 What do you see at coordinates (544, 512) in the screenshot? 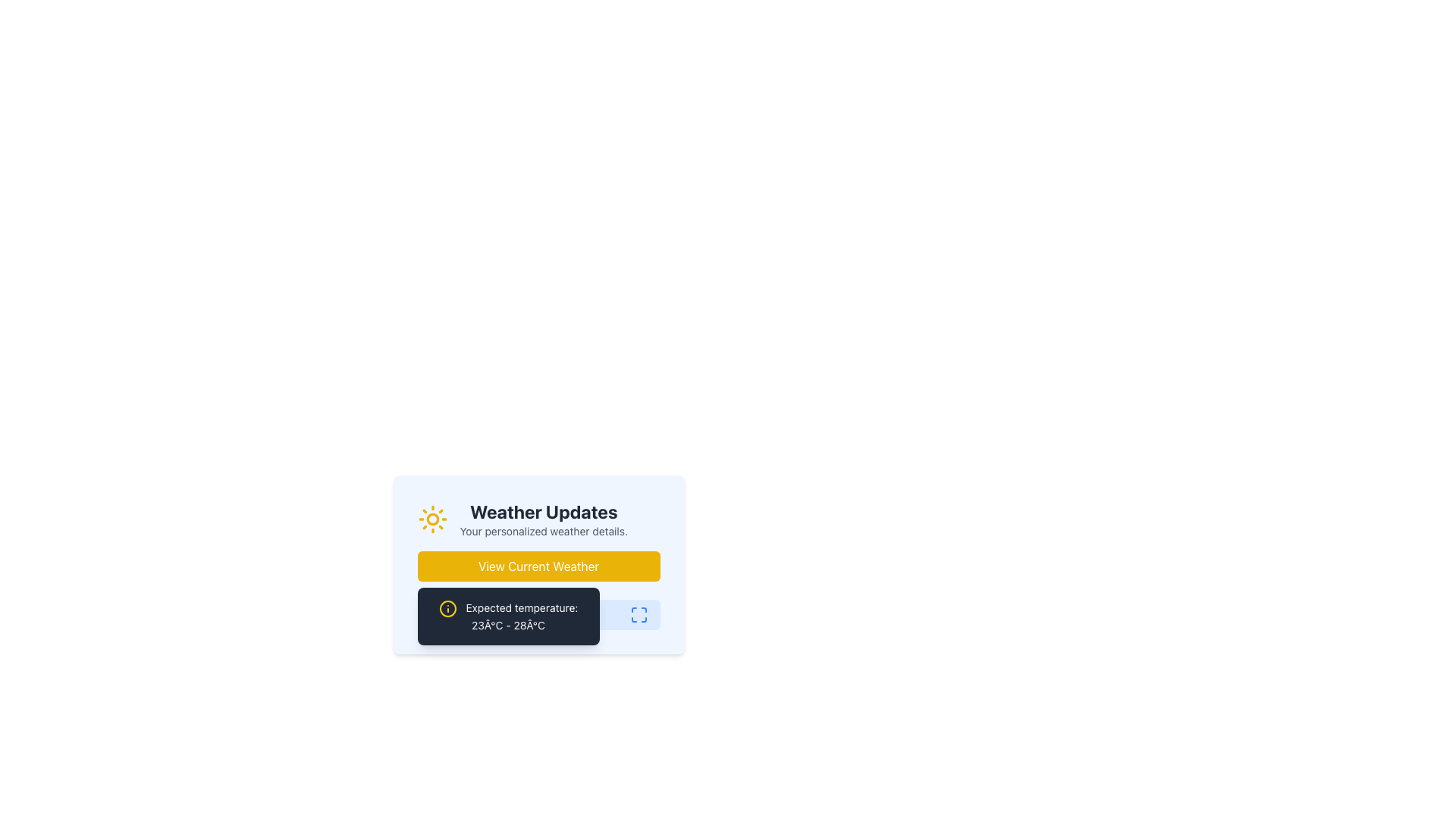
I see `text from the bold header titled 'Weather Updates' which is displayed in a larger font size and styled with dark gray color against a light blue background, located near the center-left of the interface` at bounding box center [544, 512].